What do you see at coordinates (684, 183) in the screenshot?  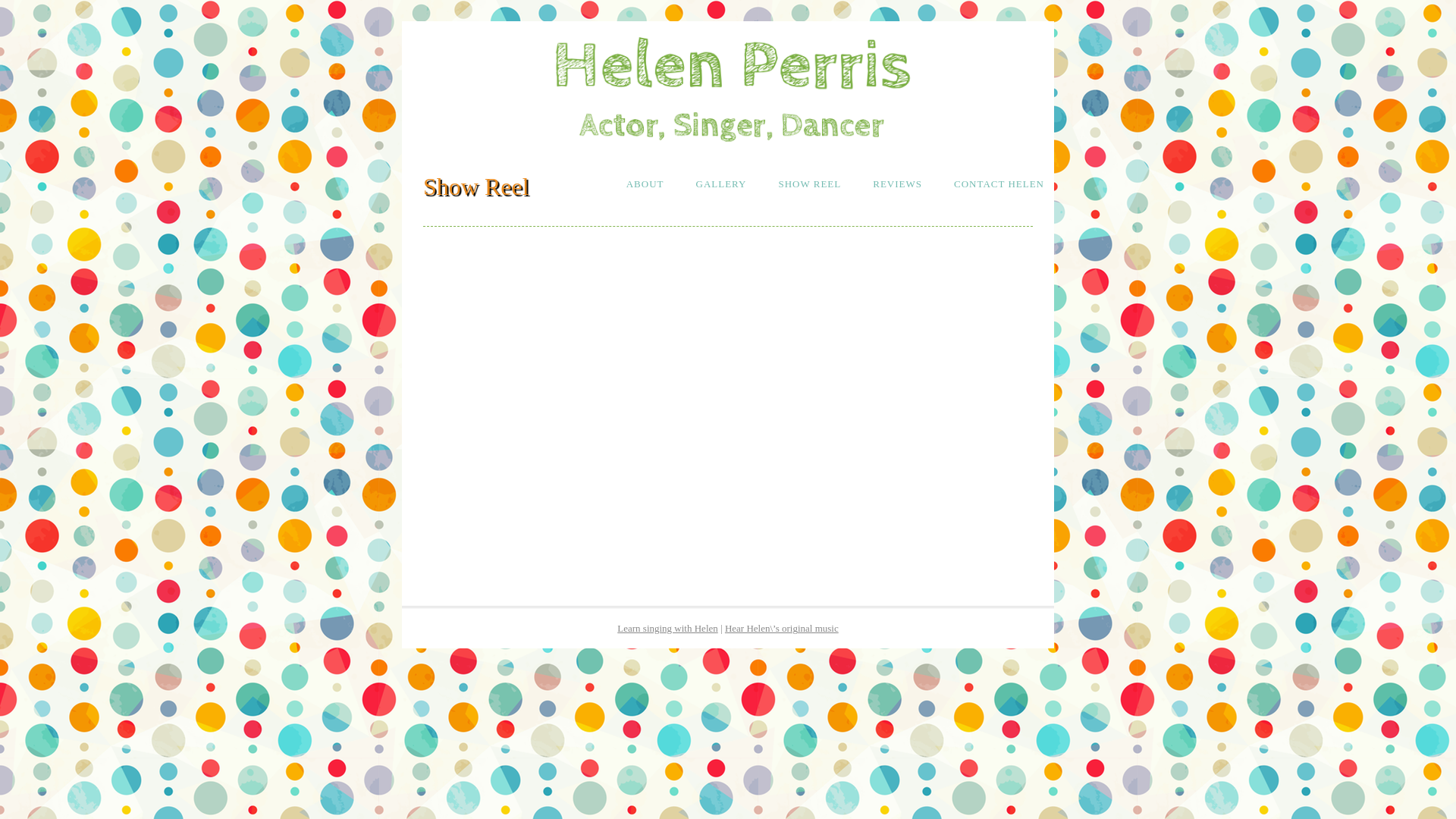 I see `'GALLERY'` at bounding box center [684, 183].